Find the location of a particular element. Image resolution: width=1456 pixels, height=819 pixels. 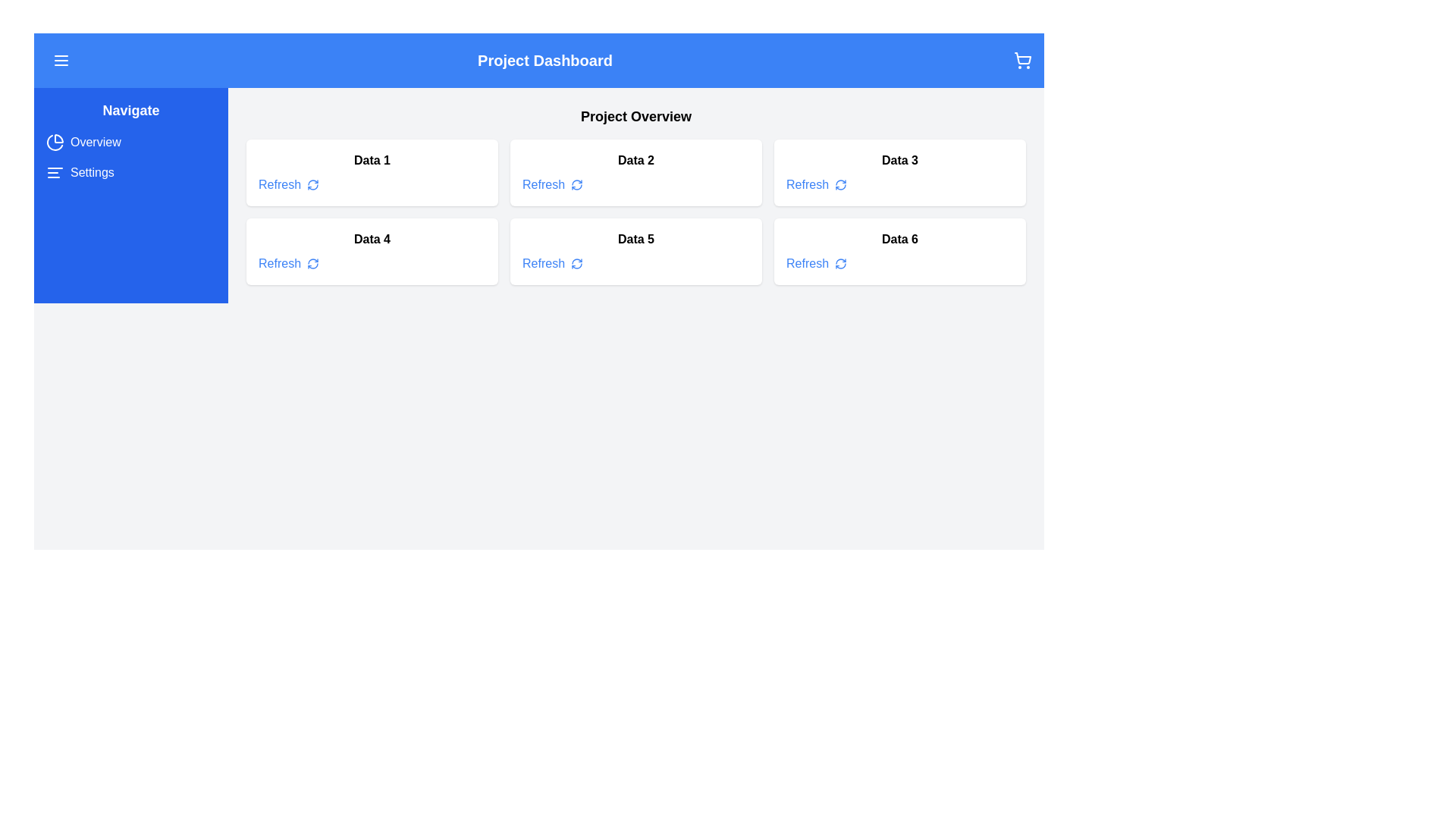

the SVG refresh icon located within the 'Refresh' link for the 'Data 3' section, positioned to the right of the 'Refresh' text is located at coordinates (839, 184).